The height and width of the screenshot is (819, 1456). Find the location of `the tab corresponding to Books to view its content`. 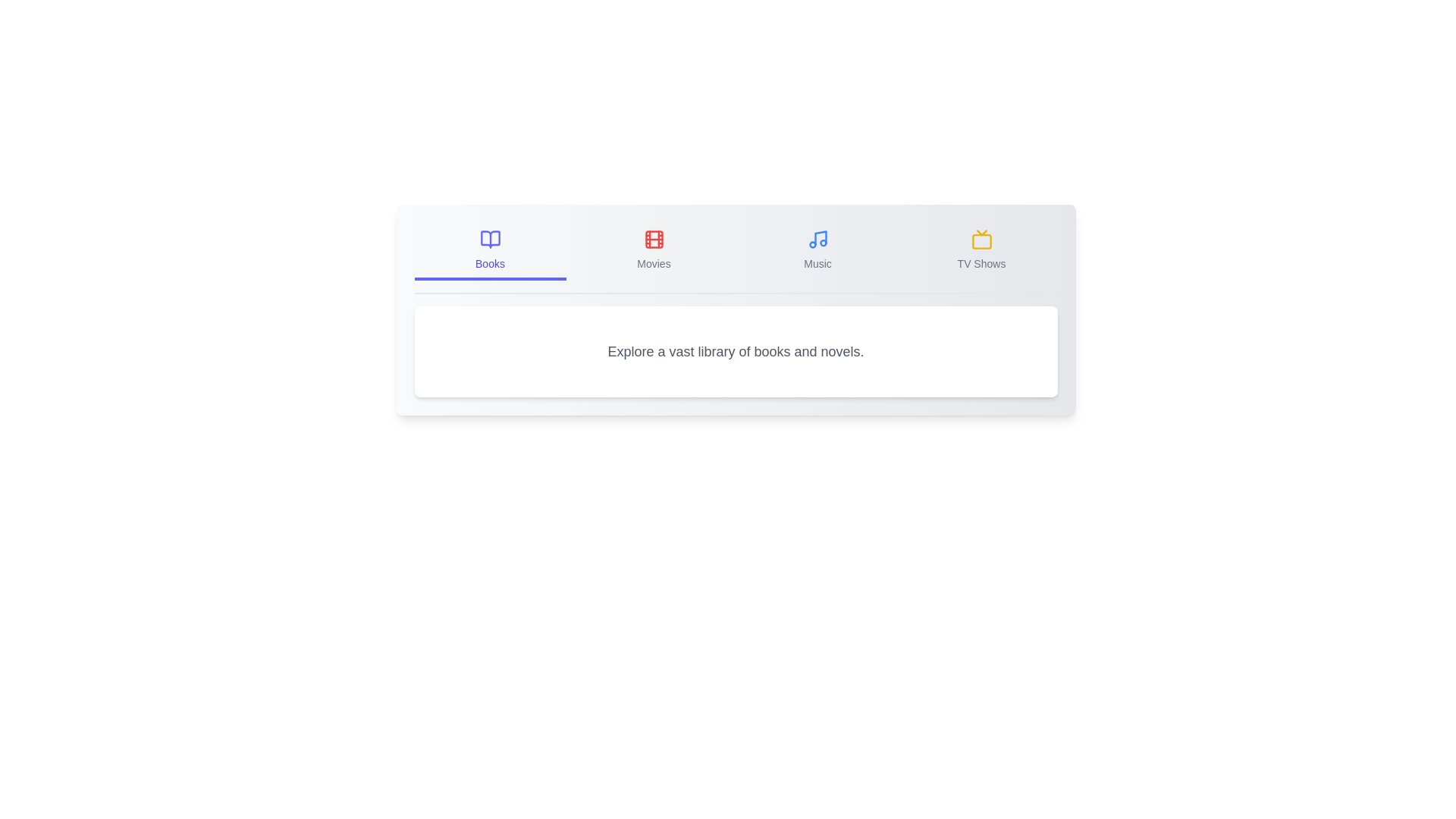

the tab corresponding to Books to view its content is located at coordinates (490, 250).